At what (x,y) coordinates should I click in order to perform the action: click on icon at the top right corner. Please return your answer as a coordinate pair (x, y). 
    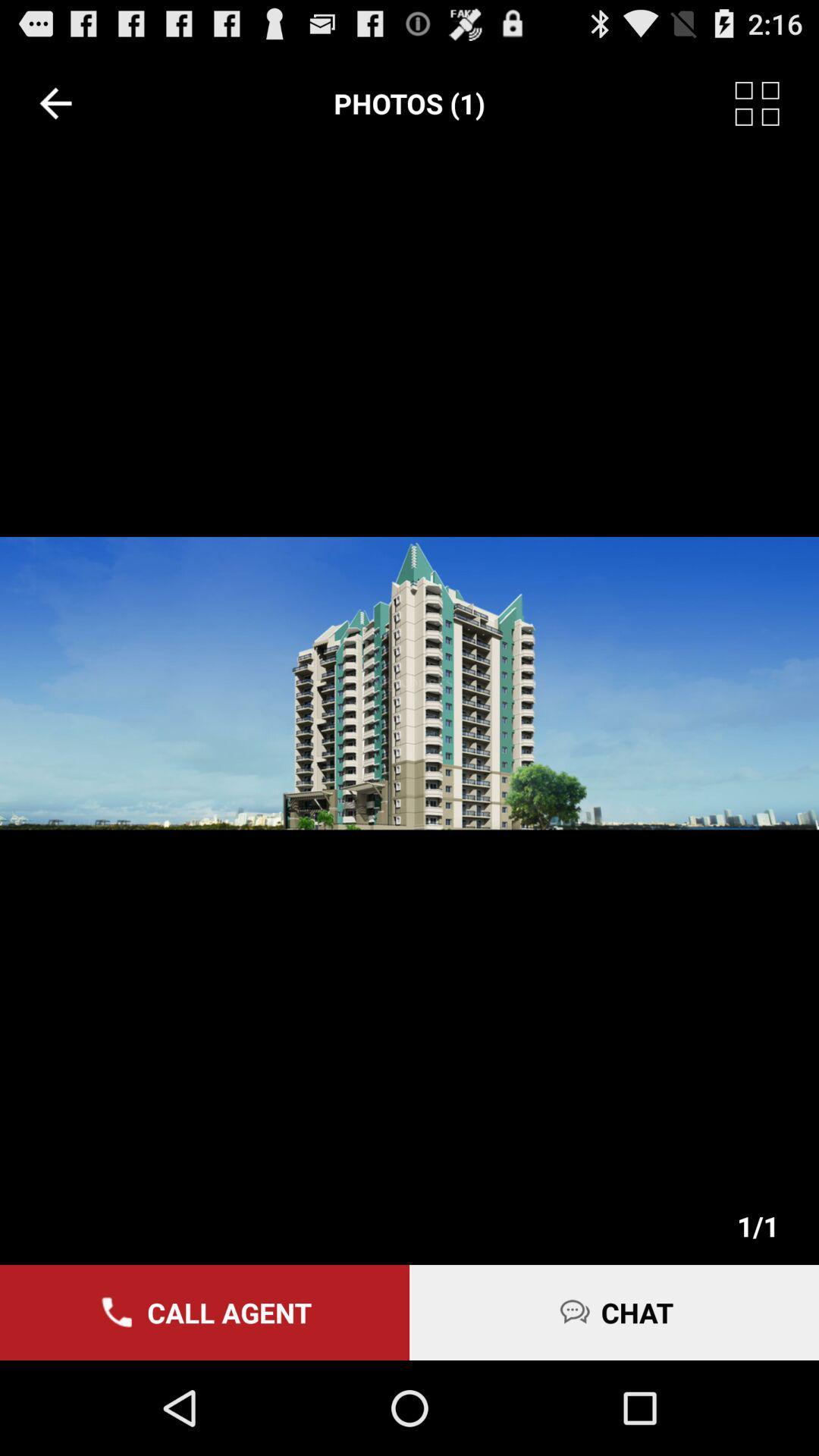
    Looking at the image, I should click on (777, 102).